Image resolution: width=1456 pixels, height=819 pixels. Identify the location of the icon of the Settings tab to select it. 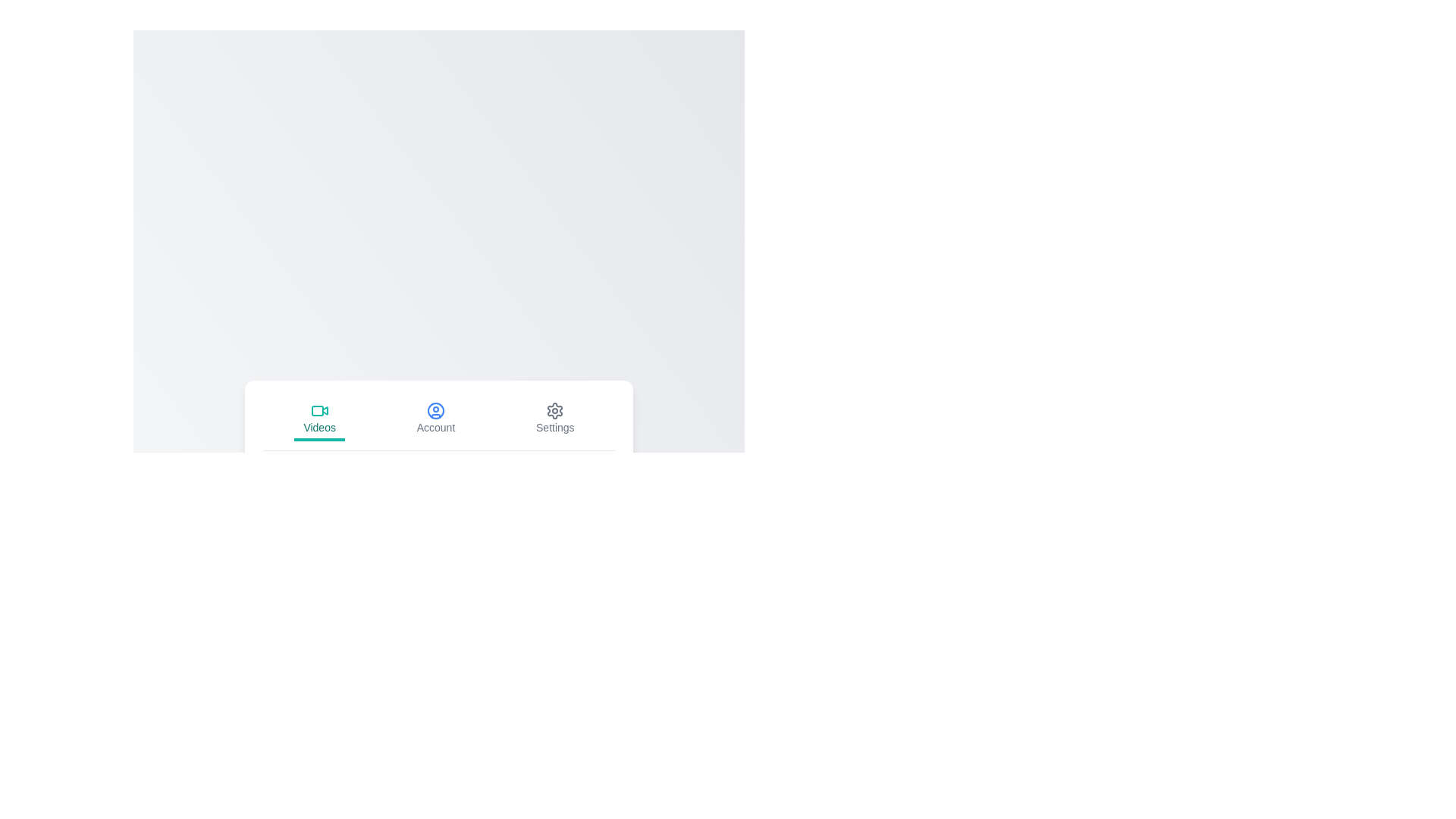
(554, 410).